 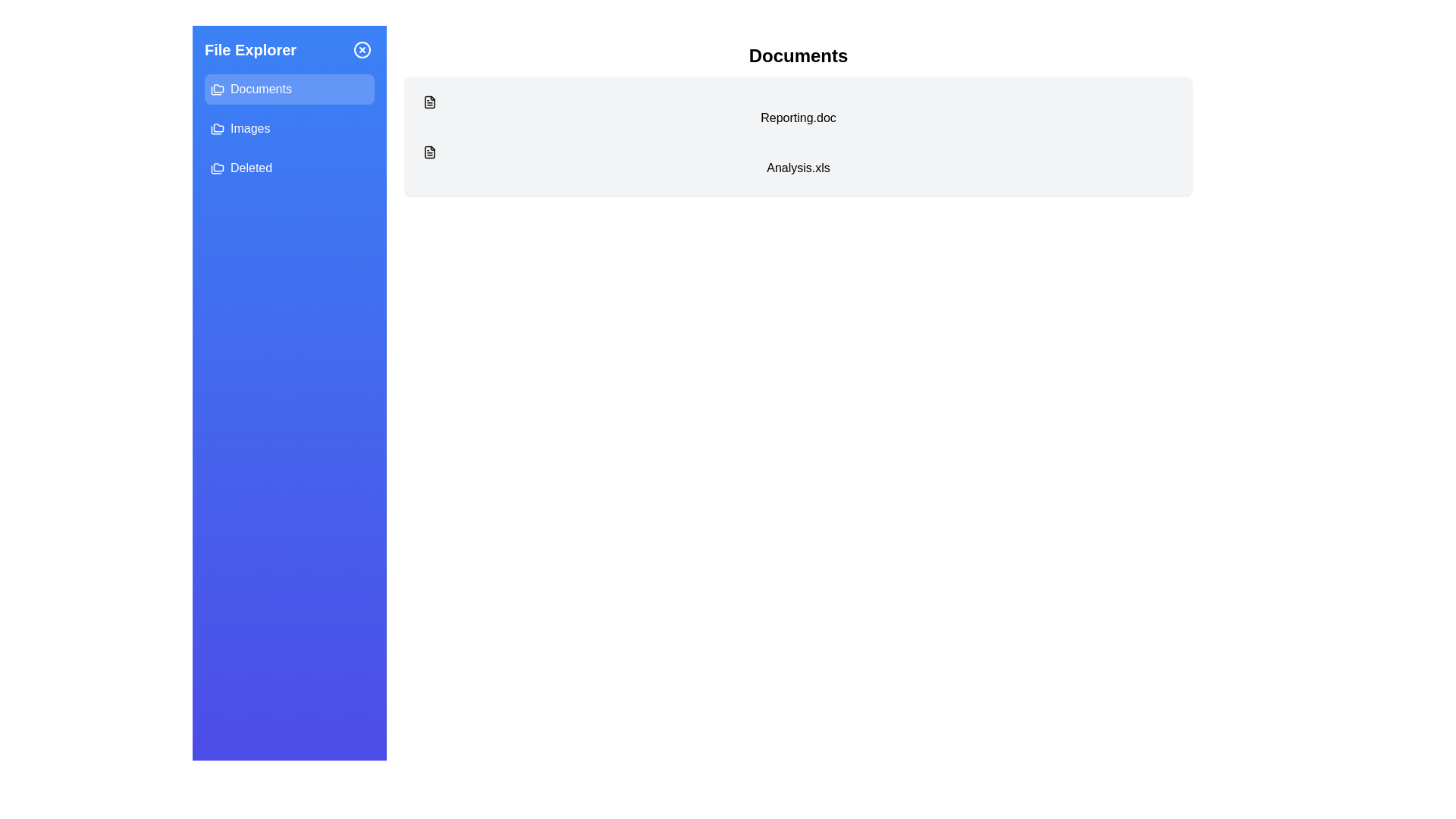 What do you see at coordinates (362, 49) in the screenshot?
I see `the close button (X icon) to hide the sidebar` at bounding box center [362, 49].